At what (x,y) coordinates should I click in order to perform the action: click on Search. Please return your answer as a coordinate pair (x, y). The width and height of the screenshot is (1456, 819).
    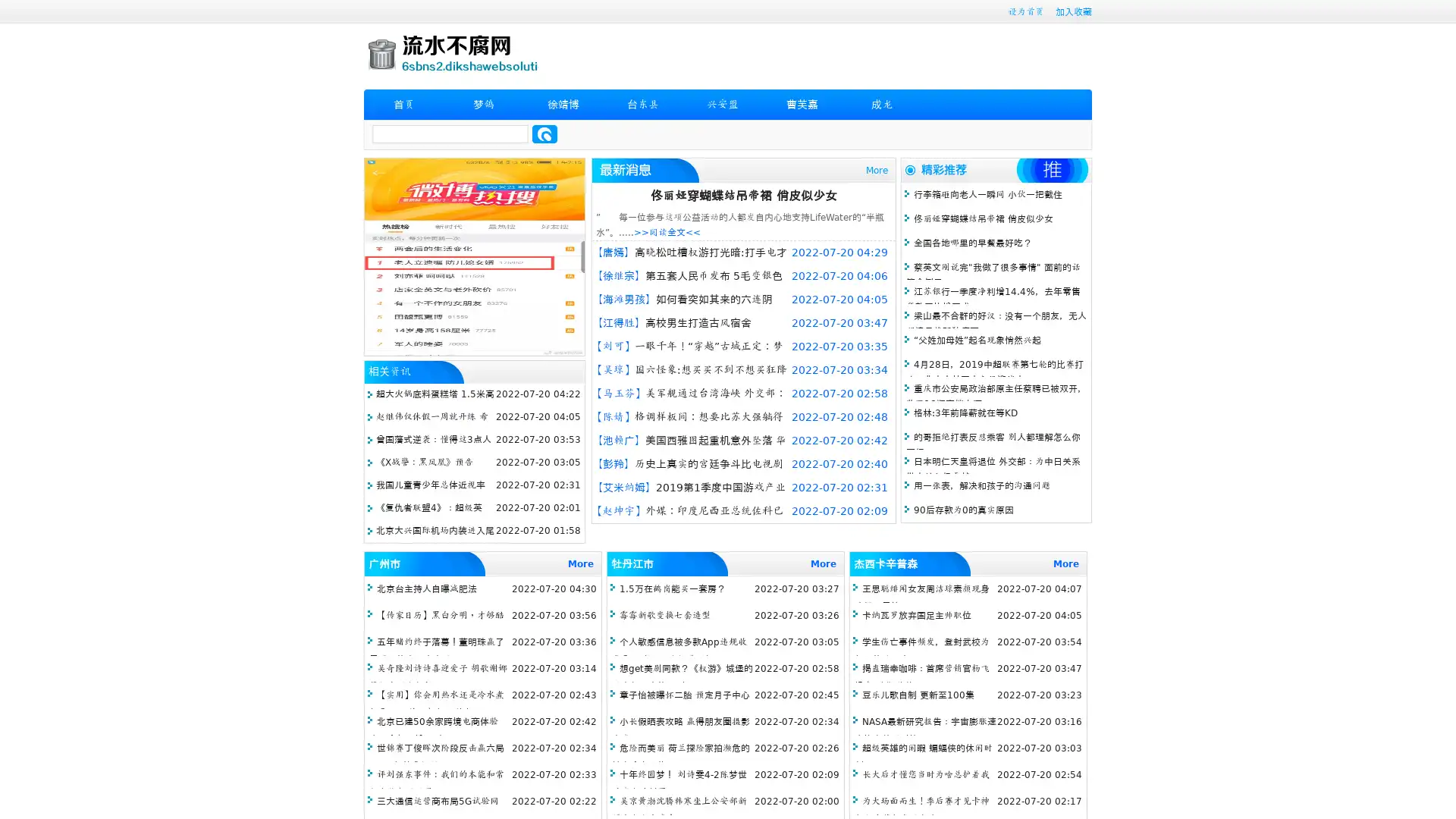
    Looking at the image, I should click on (544, 133).